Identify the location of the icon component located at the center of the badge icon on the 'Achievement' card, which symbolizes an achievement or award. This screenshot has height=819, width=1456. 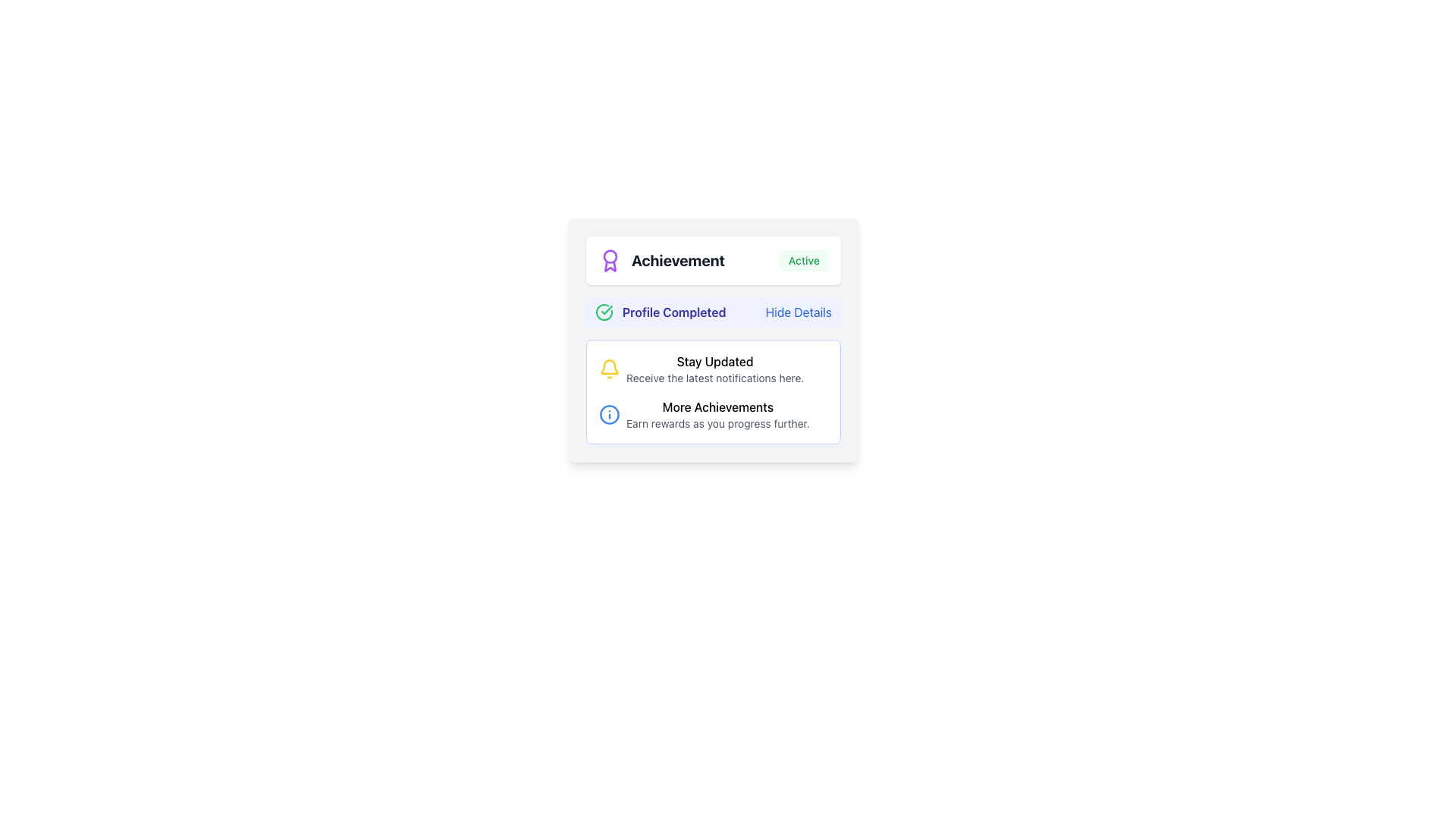
(610, 256).